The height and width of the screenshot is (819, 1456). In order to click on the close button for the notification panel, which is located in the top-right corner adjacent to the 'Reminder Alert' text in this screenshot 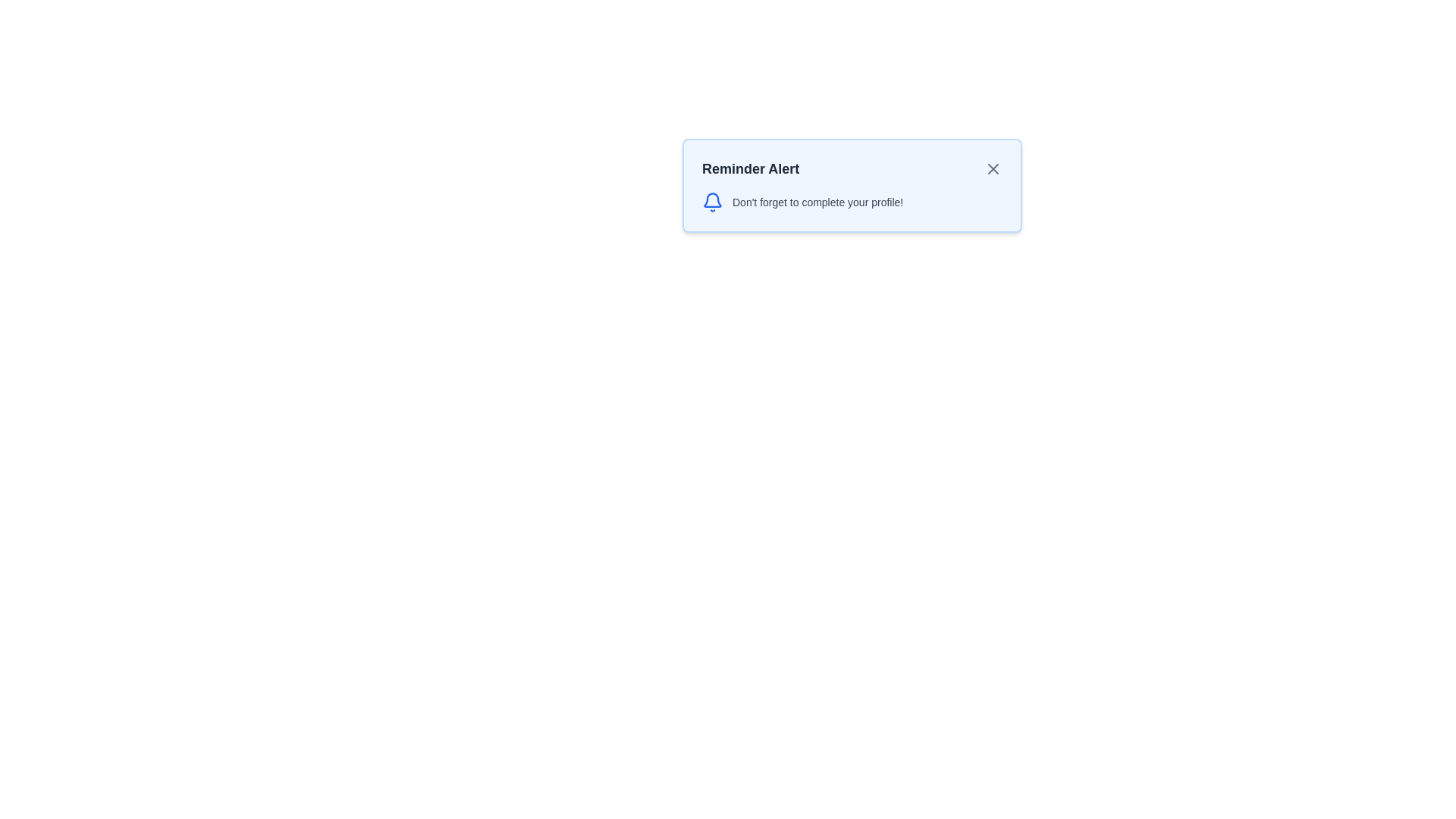, I will do `click(993, 169)`.